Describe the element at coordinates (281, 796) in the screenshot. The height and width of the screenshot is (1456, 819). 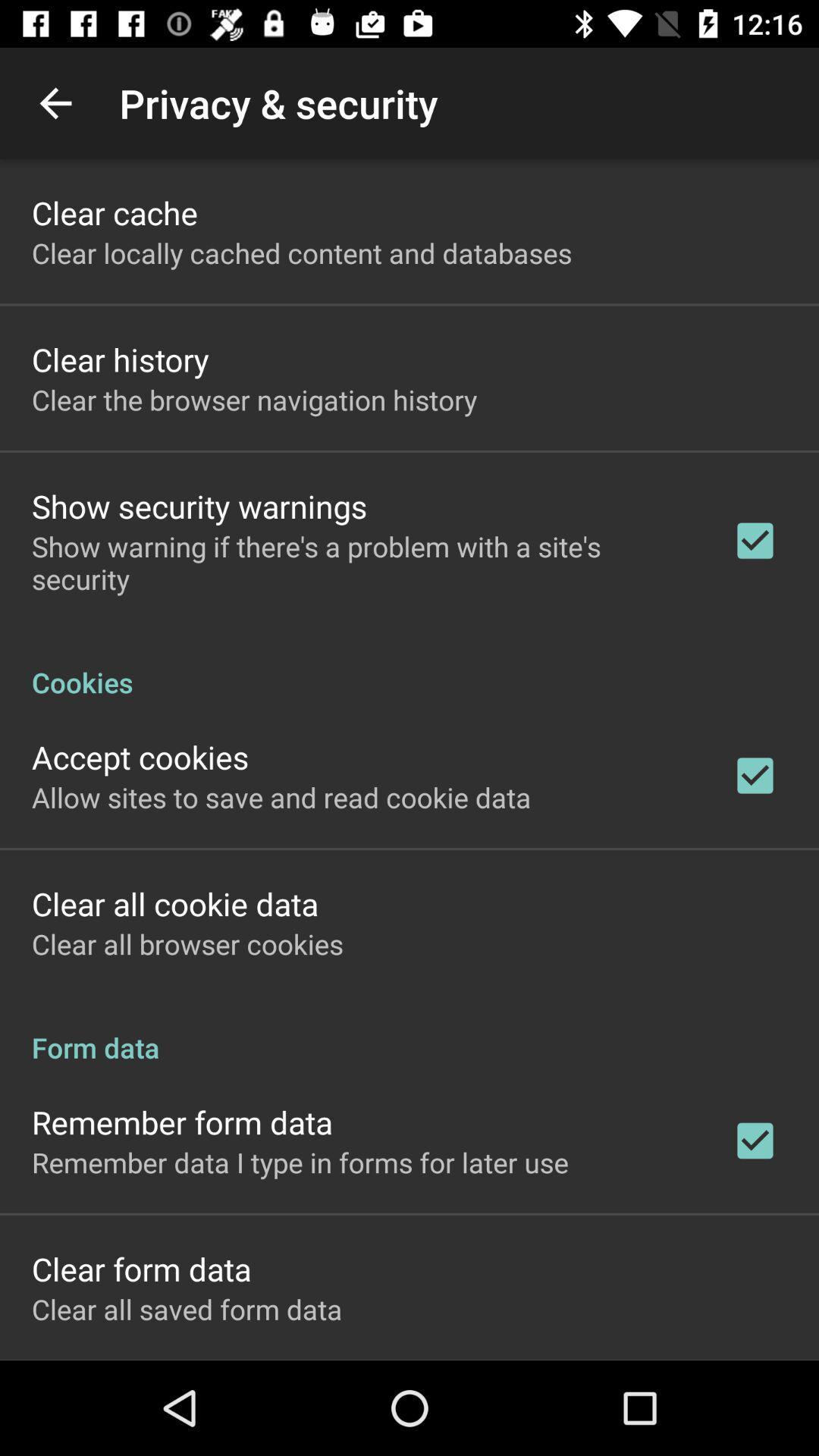
I see `allow sites to icon` at that location.